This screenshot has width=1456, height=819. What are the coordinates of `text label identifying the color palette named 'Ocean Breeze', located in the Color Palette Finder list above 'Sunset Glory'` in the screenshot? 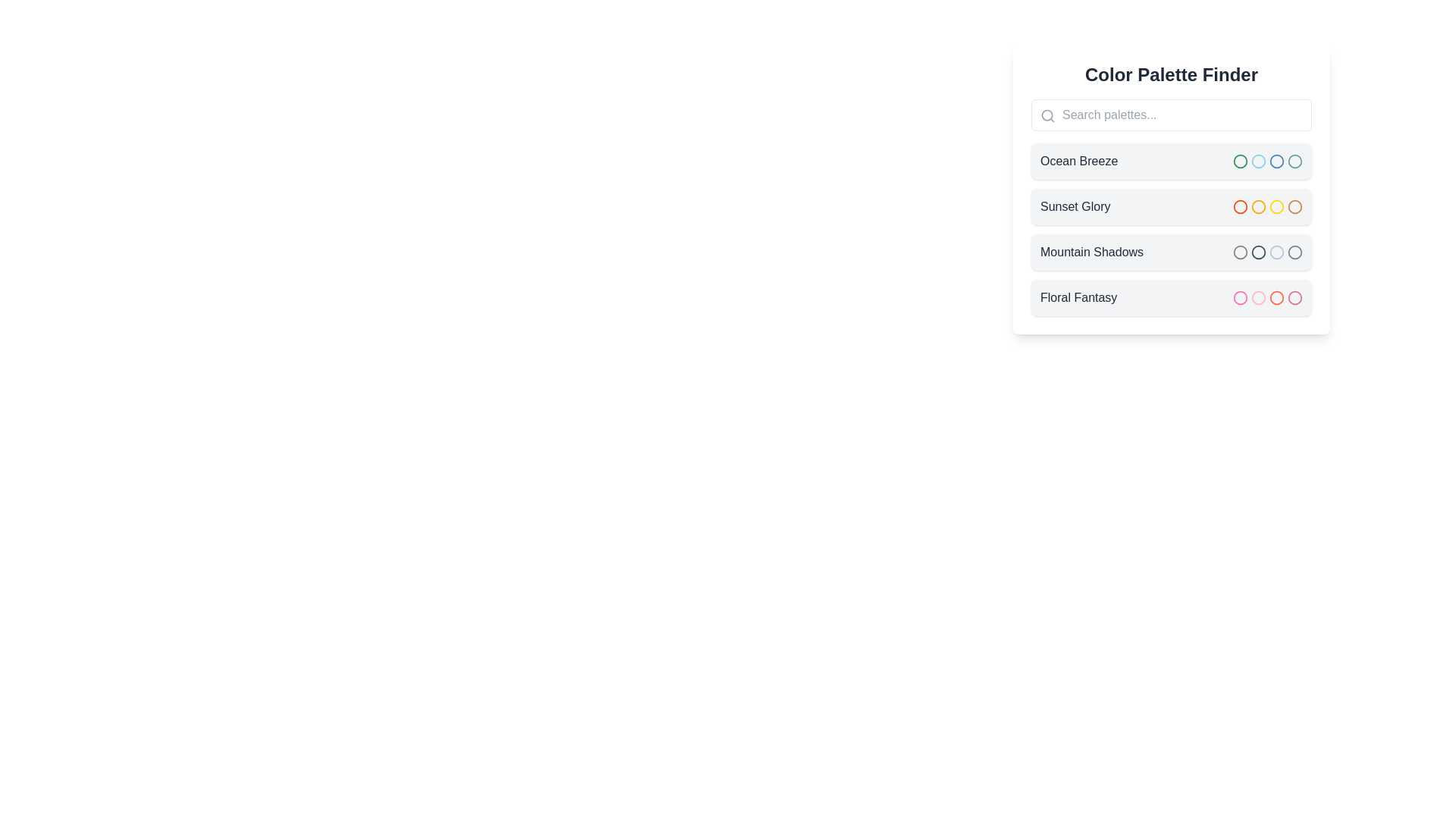 It's located at (1078, 161).